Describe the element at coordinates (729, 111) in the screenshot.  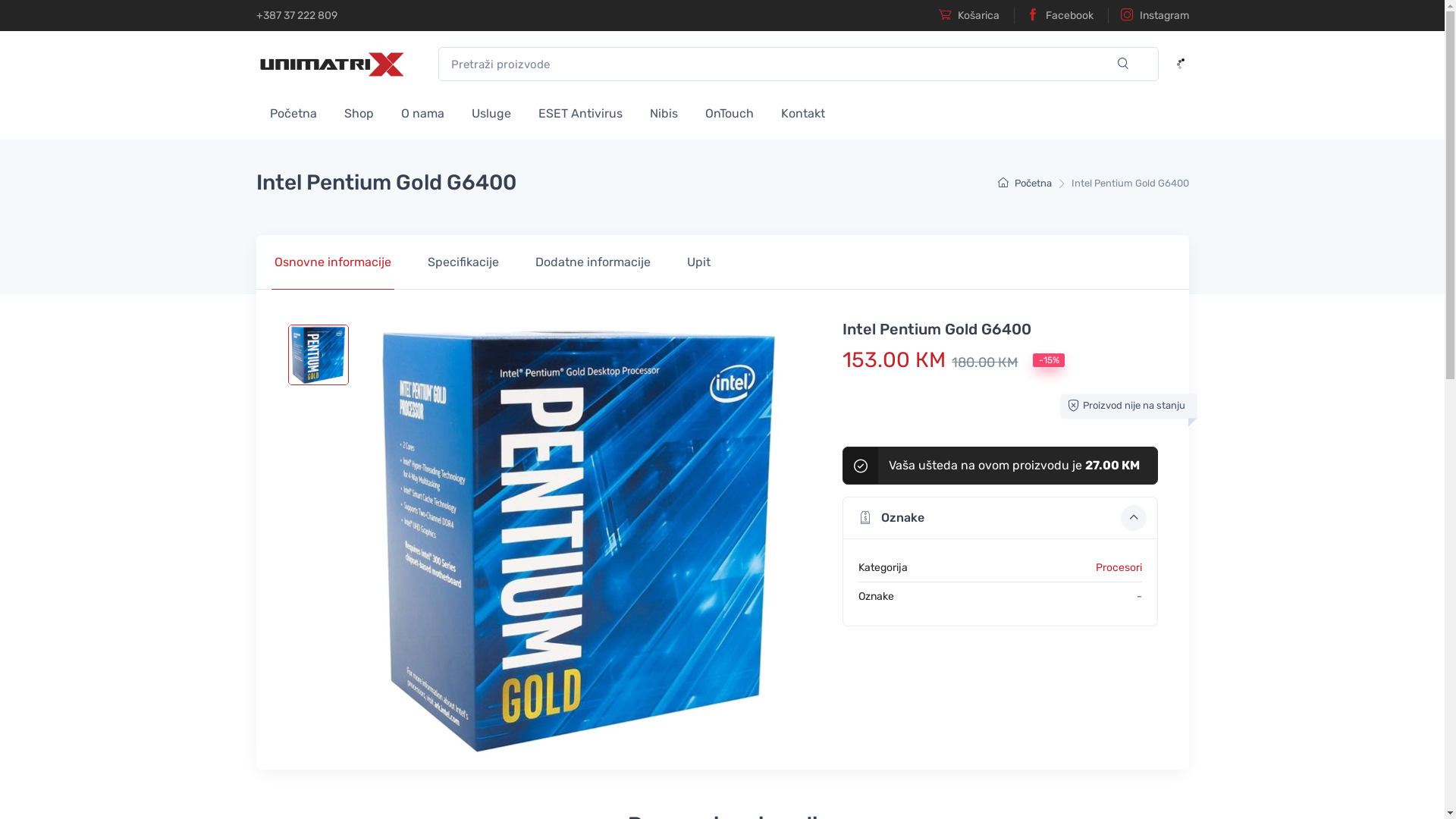
I see `'OnTouch'` at that location.